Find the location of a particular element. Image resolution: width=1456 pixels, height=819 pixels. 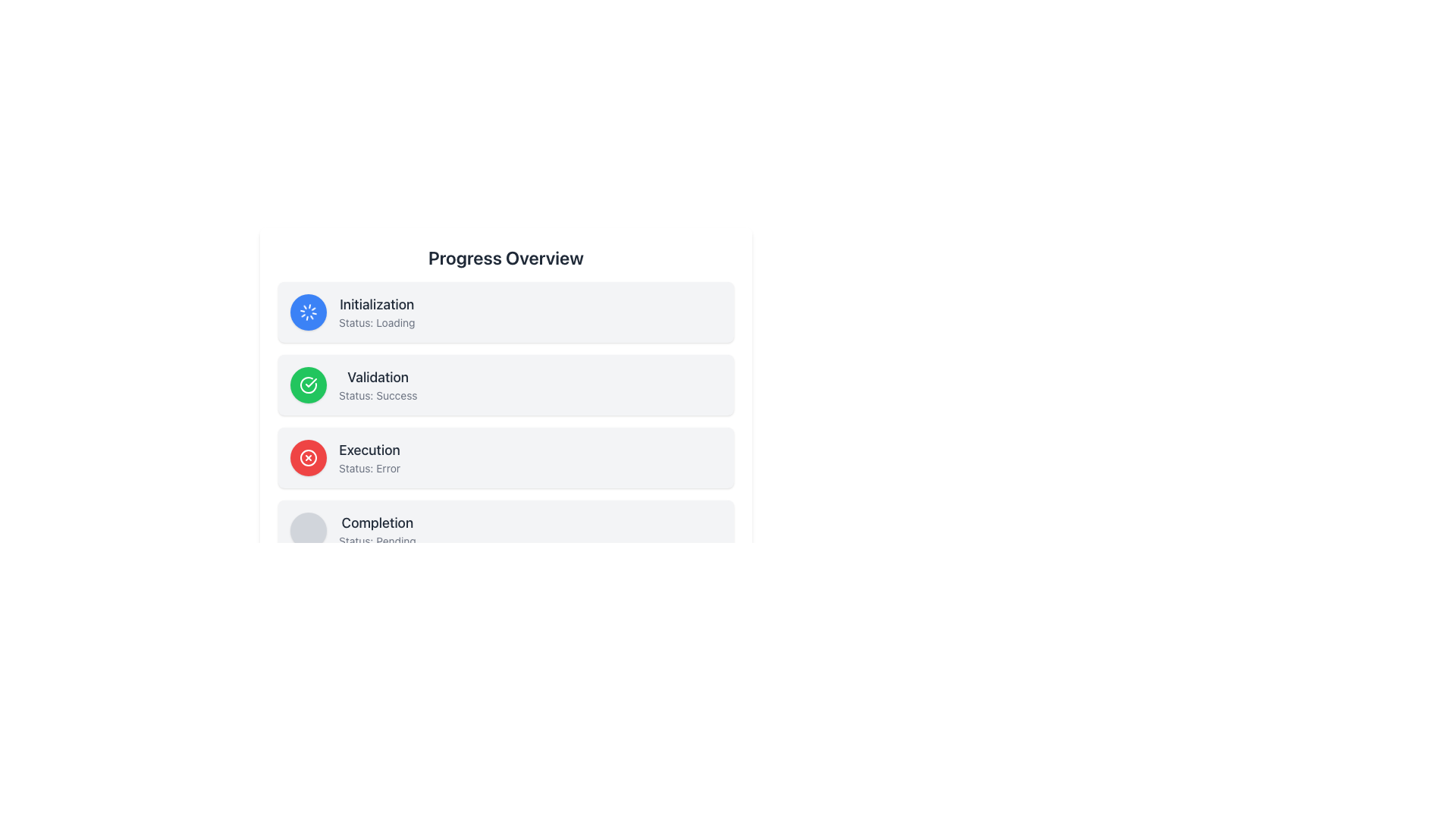

text from the title label located on the second row of progress steps, positioned to the right of the green success icon is located at coordinates (378, 376).